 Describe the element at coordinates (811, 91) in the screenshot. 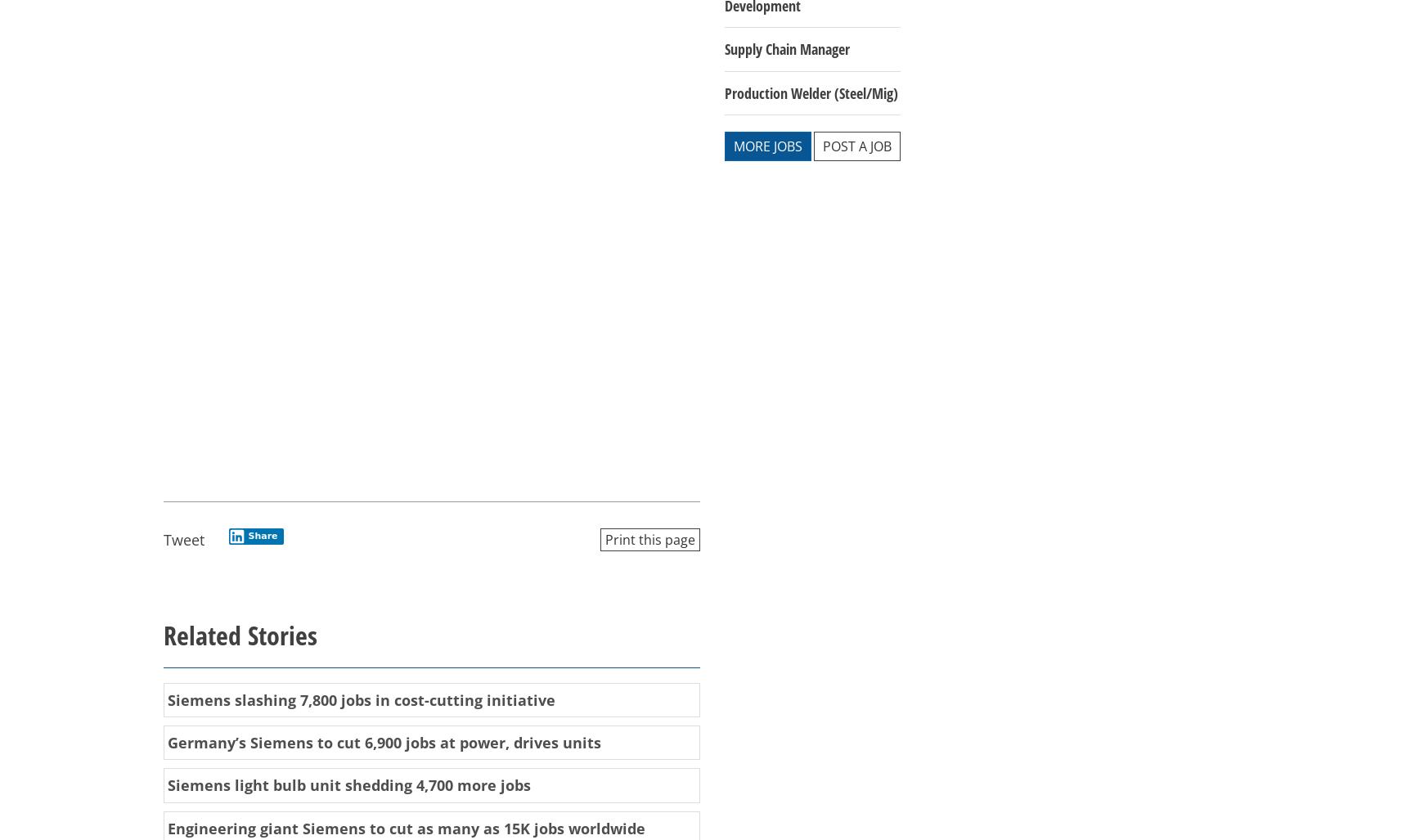

I see `'Production Welder (Steel/Mig)'` at that location.